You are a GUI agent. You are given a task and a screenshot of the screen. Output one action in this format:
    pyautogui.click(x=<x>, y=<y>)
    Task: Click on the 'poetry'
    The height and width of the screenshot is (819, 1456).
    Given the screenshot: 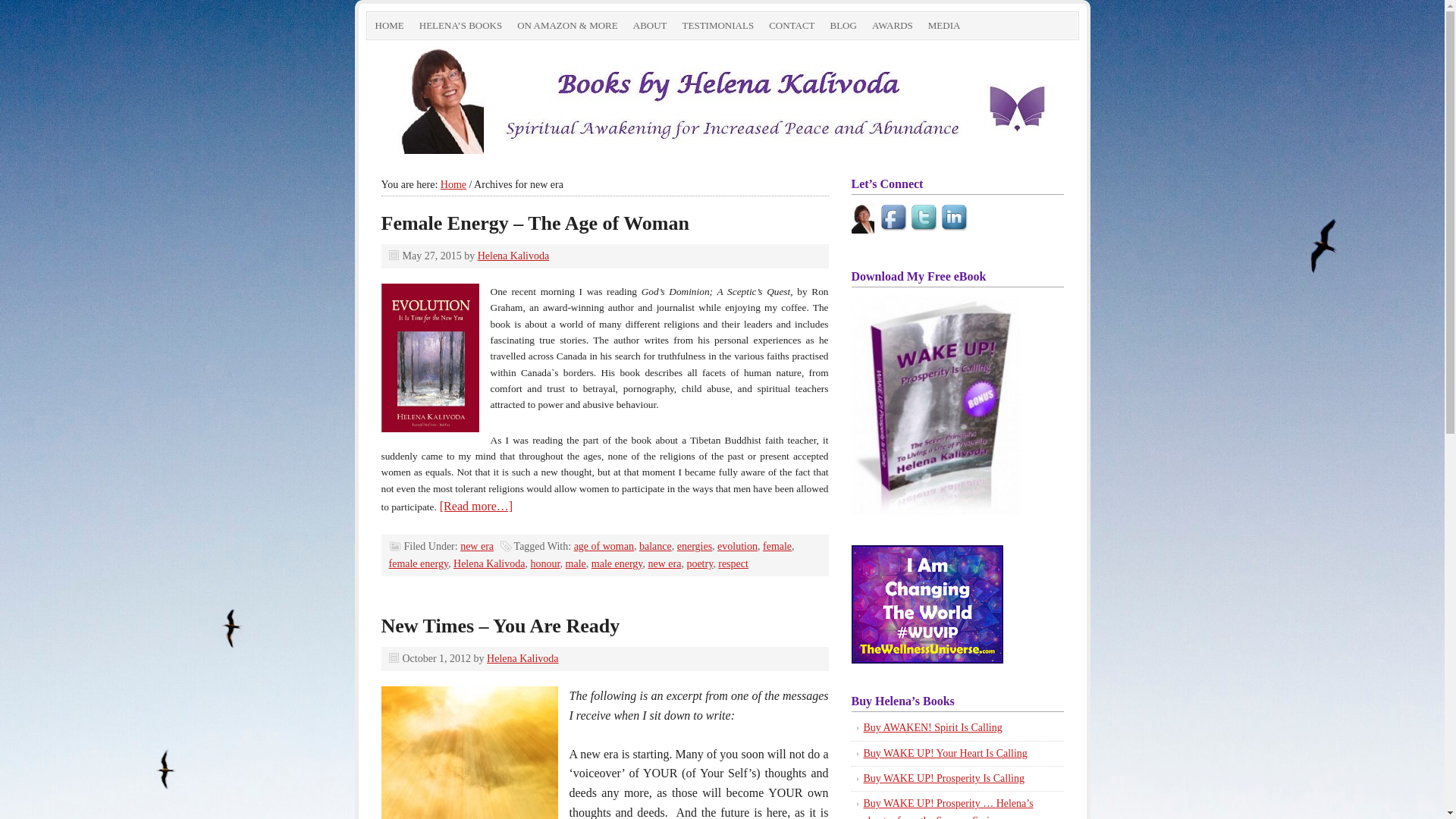 What is the action you would take?
    pyautogui.click(x=698, y=563)
    